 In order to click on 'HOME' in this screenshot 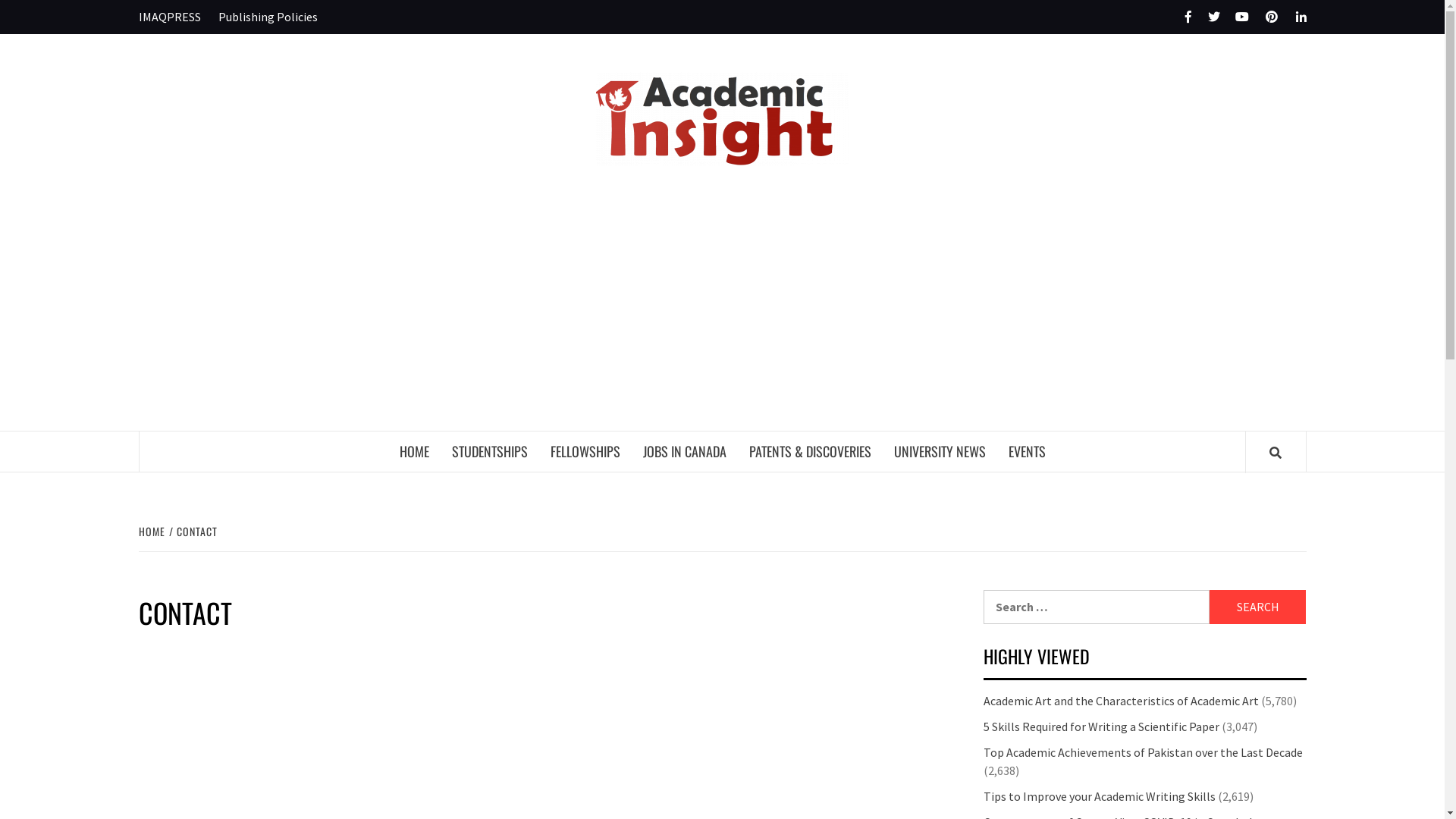, I will do `click(152, 530)`.